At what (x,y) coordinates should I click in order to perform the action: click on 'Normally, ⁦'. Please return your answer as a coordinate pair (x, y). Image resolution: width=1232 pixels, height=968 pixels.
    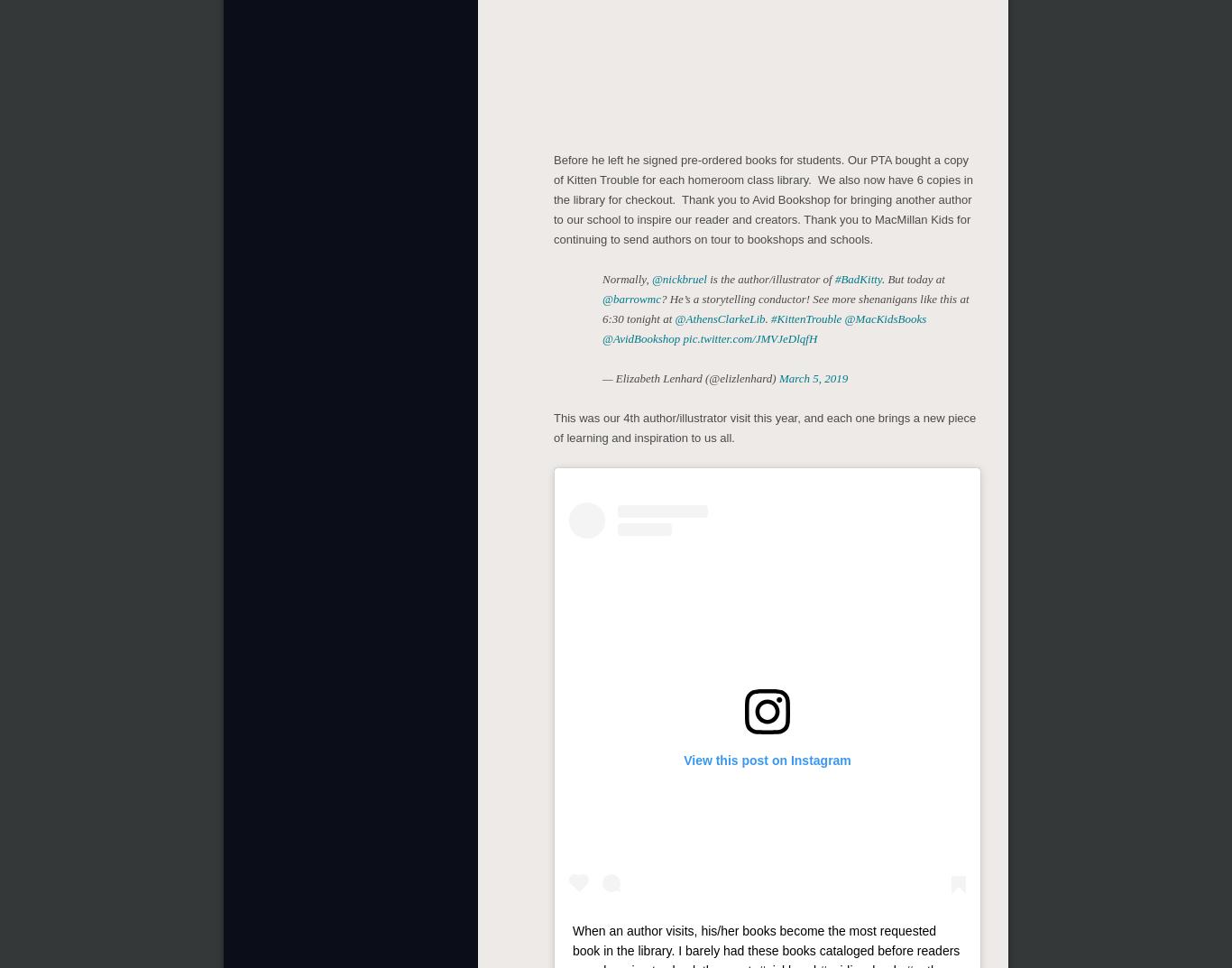
    Looking at the image, I should click on (627, 279).